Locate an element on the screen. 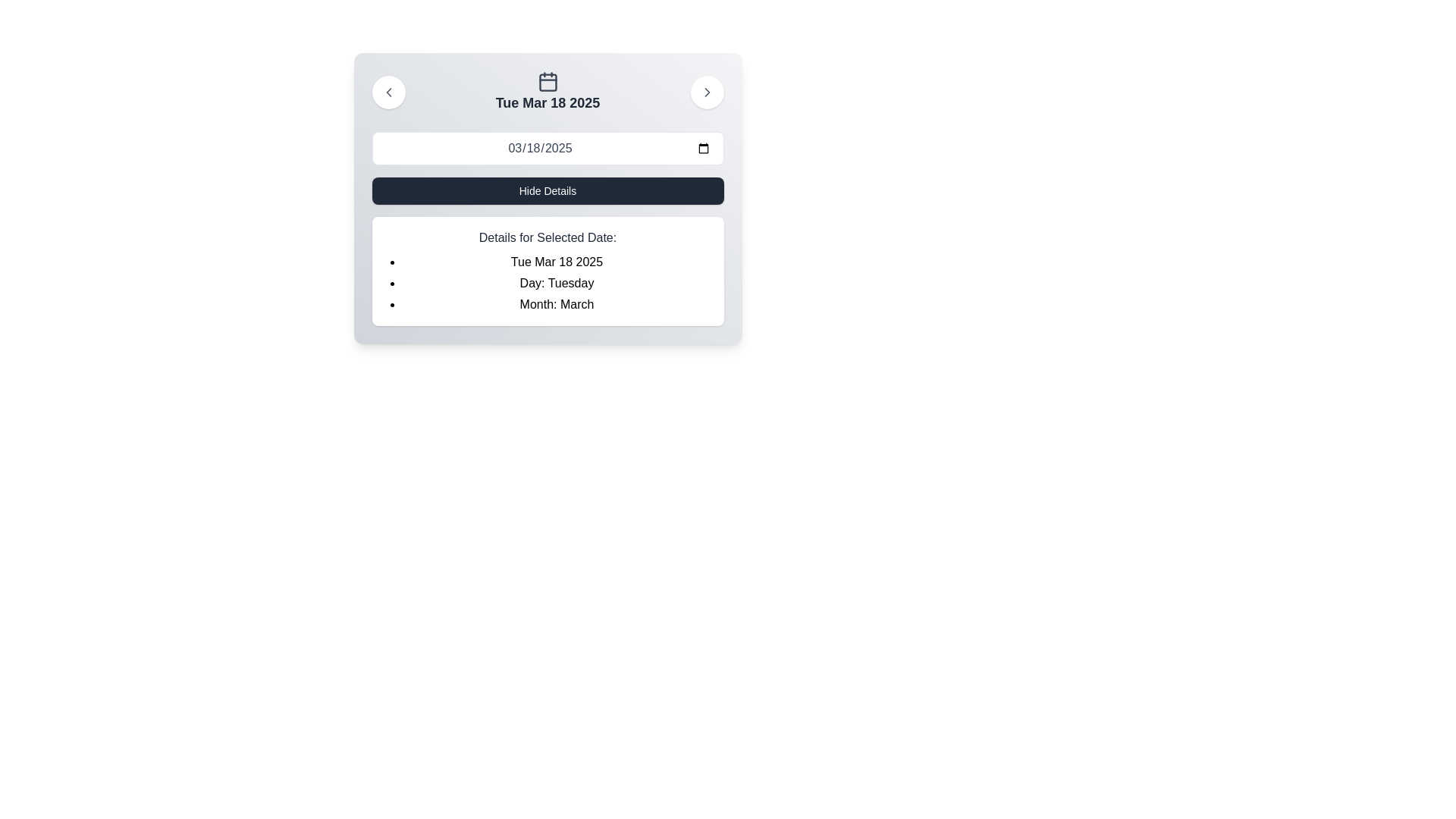  the calendar icon, which is a minimalistic design with rounded corners, located in the header section above the text 'Tue Mar 18 2025' is located at coordinates (547, 82).